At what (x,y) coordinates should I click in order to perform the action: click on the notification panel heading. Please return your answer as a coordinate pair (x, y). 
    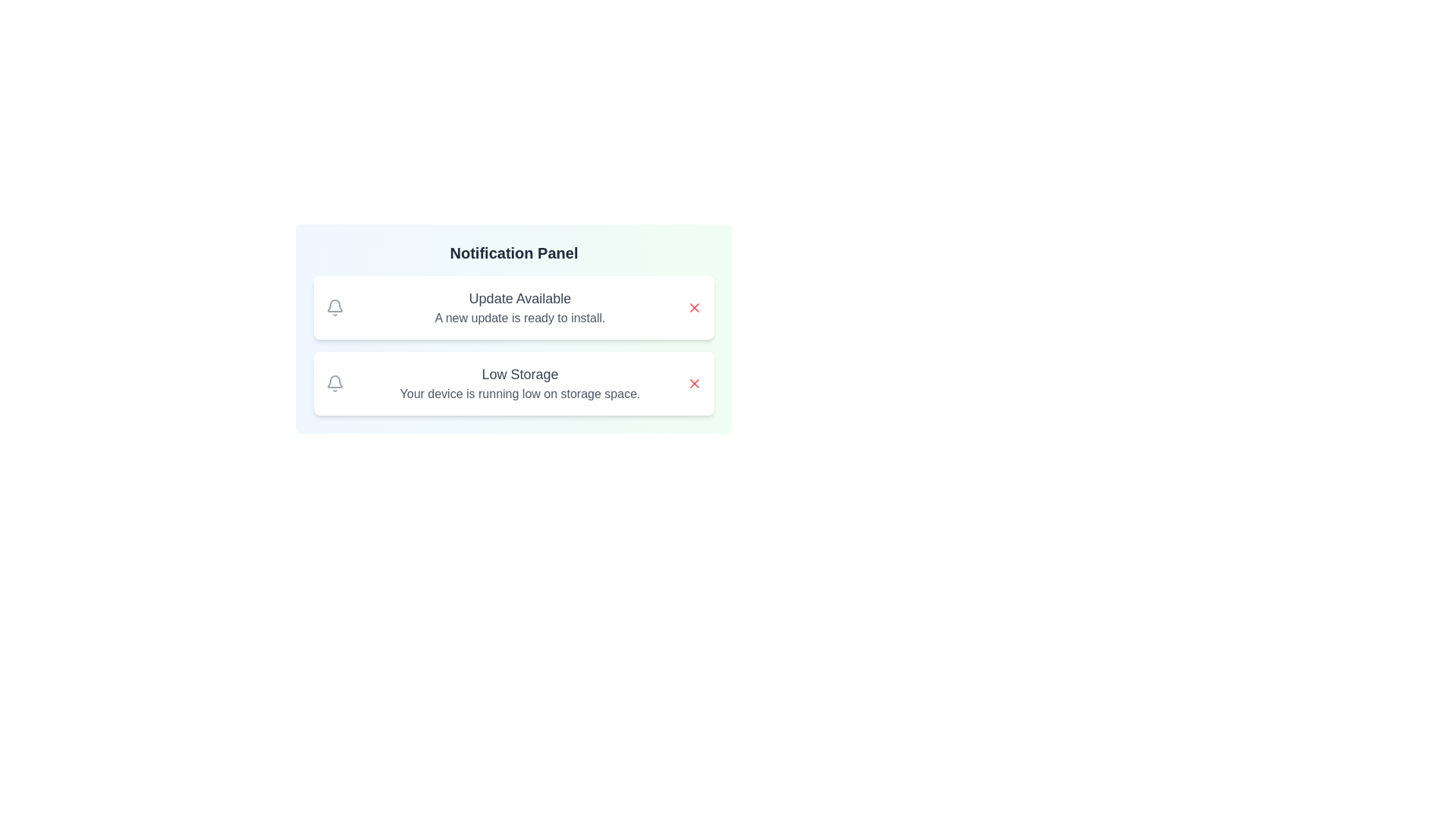
    Looking at the image, I should click on (513, 253).